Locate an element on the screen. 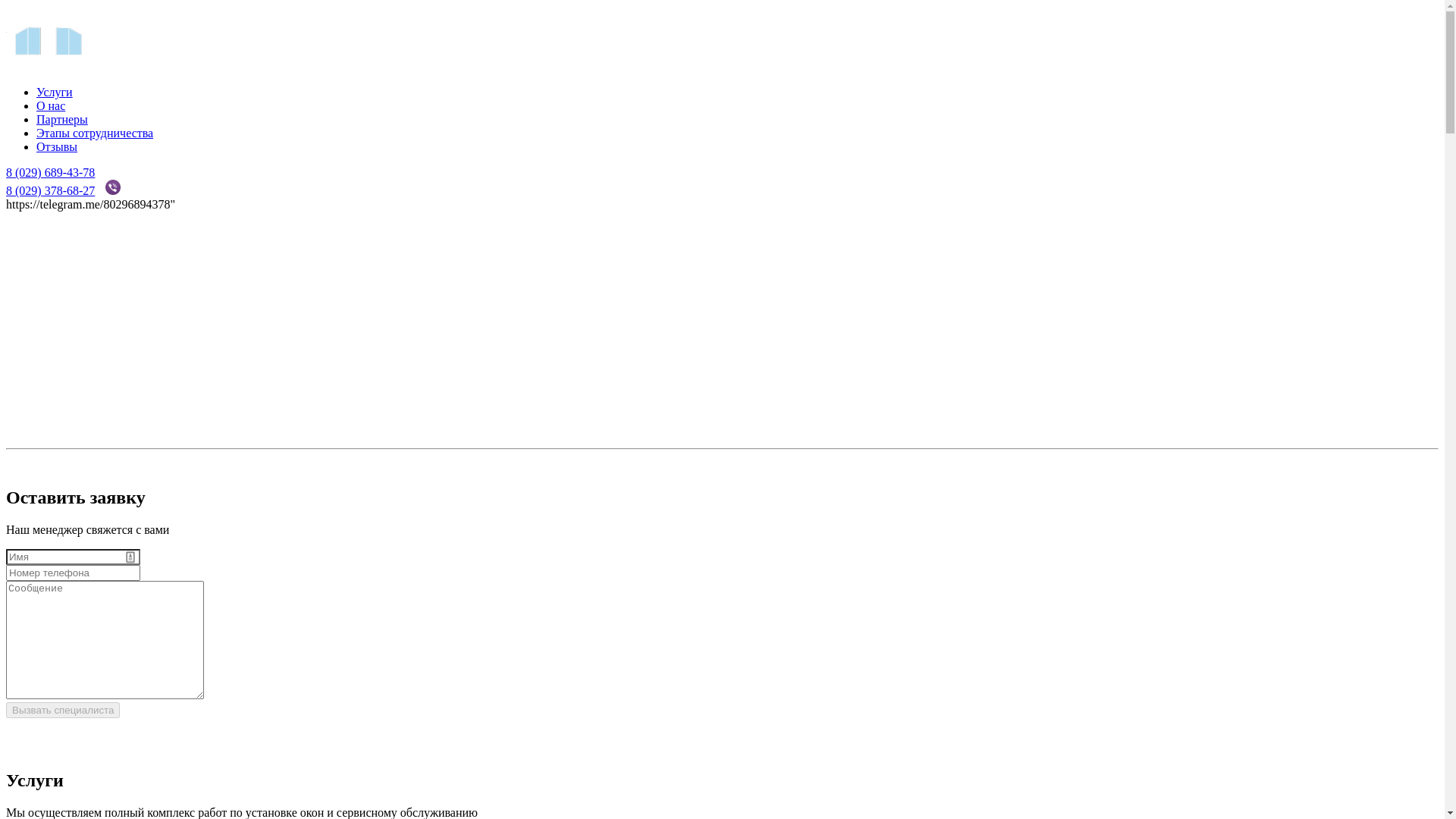  '8 (029) 378-68-27' is located at coordinates (6, 190).